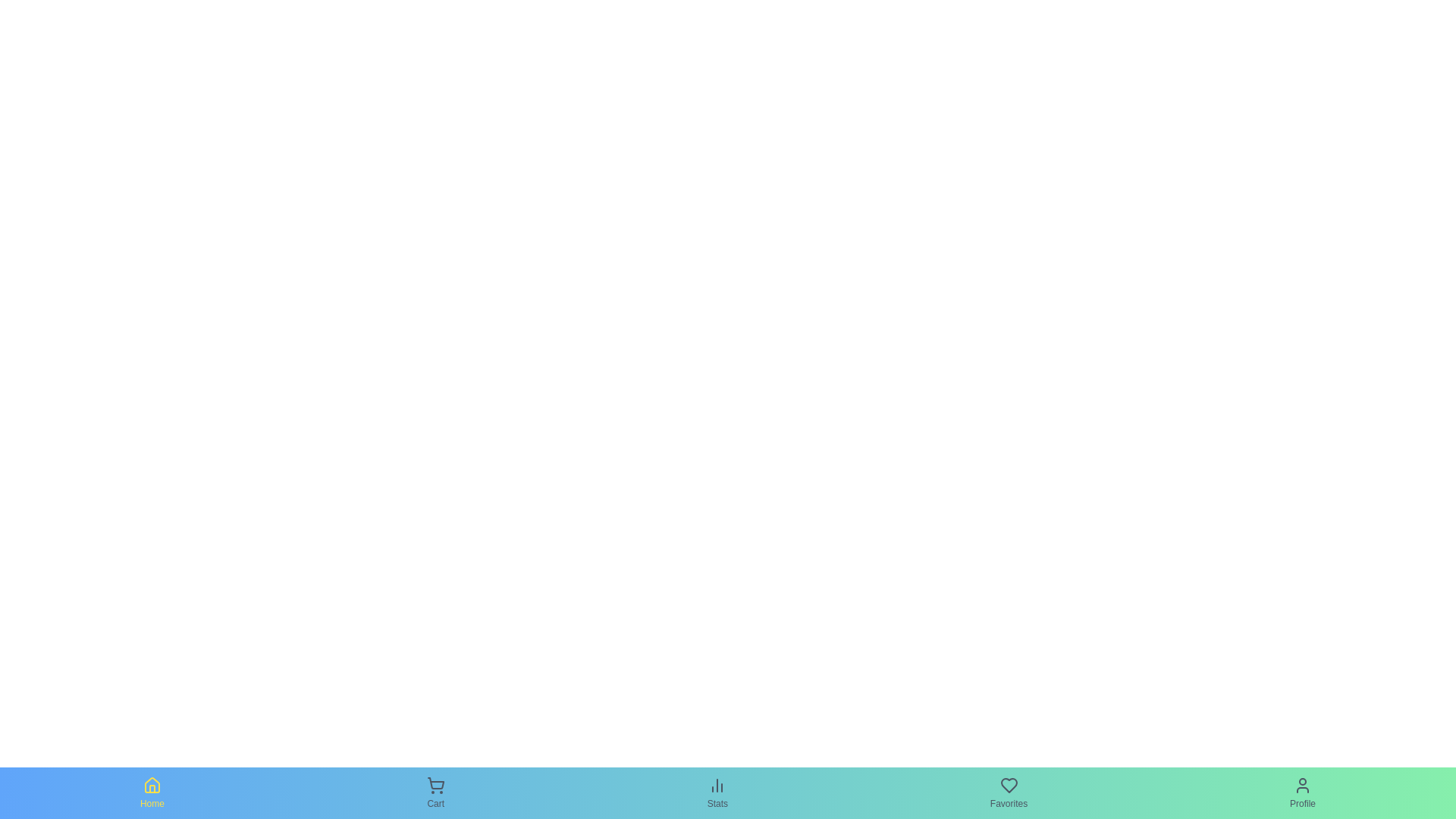 The width and height of the screenshot is (1456, 819). What do you see at coordinates (717, 792) in the screenshot?
I see `the Stats tab to observe its hover effect` at bounding box center [717, 792].